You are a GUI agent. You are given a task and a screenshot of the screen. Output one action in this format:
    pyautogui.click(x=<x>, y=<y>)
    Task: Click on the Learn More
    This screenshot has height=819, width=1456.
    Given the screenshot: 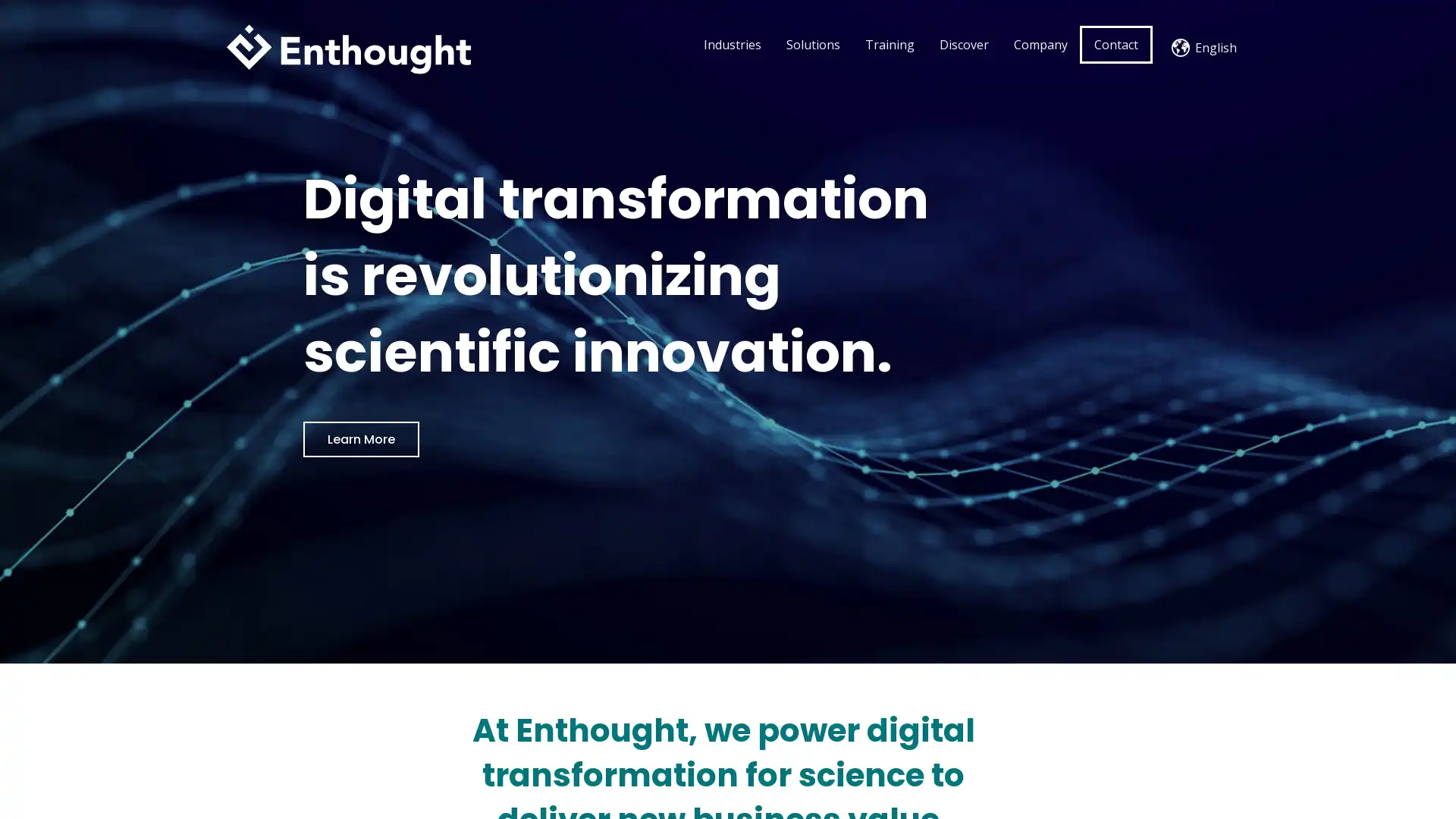 What is the action you would take?
    pyautogui.click(x=360, y=438)
    